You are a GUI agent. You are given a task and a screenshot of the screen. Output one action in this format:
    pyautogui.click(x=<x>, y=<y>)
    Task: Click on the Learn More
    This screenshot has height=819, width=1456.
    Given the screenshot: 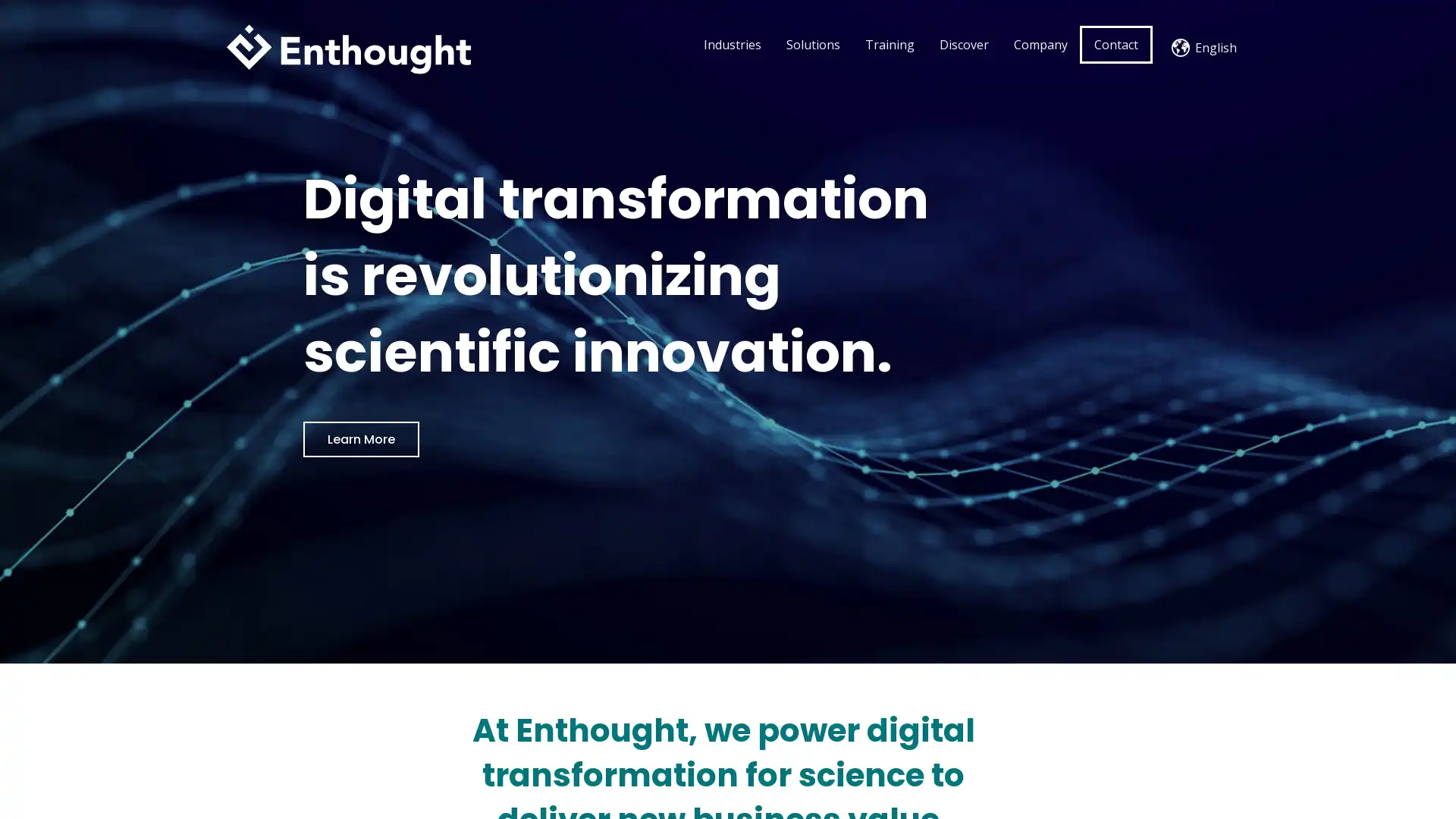 What is the action you would take?
    pyautogui.click(x=360, y=438)
    